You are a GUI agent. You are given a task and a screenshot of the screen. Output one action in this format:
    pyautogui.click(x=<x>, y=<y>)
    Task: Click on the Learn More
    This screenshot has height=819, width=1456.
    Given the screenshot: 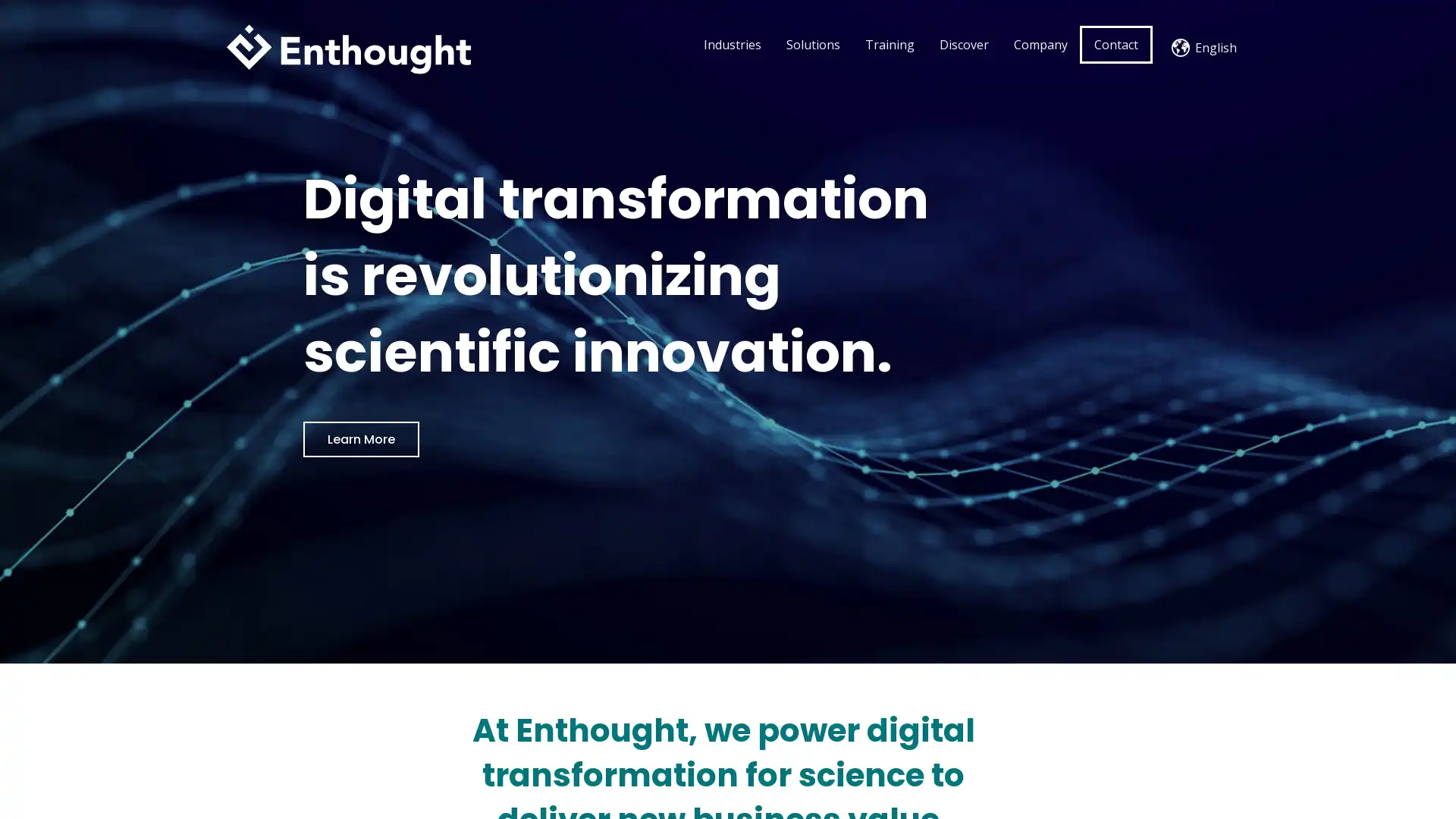 What is the action you would take?
    pyautogui.click(x=360, y=438)
    